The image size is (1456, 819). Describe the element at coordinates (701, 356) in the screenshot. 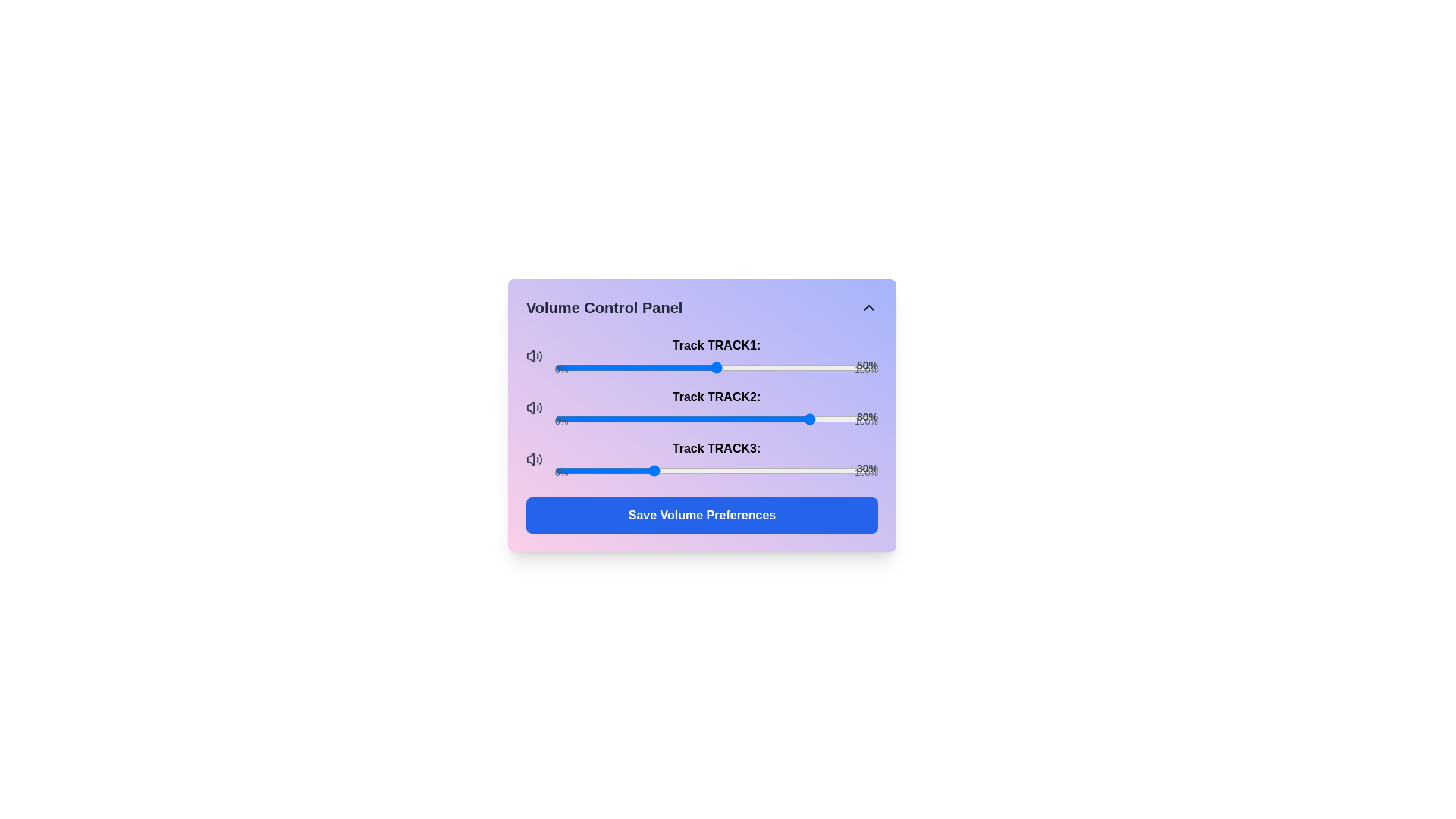

I see `the handle of the first volume slider for 'Track TRACK1'` at that location.